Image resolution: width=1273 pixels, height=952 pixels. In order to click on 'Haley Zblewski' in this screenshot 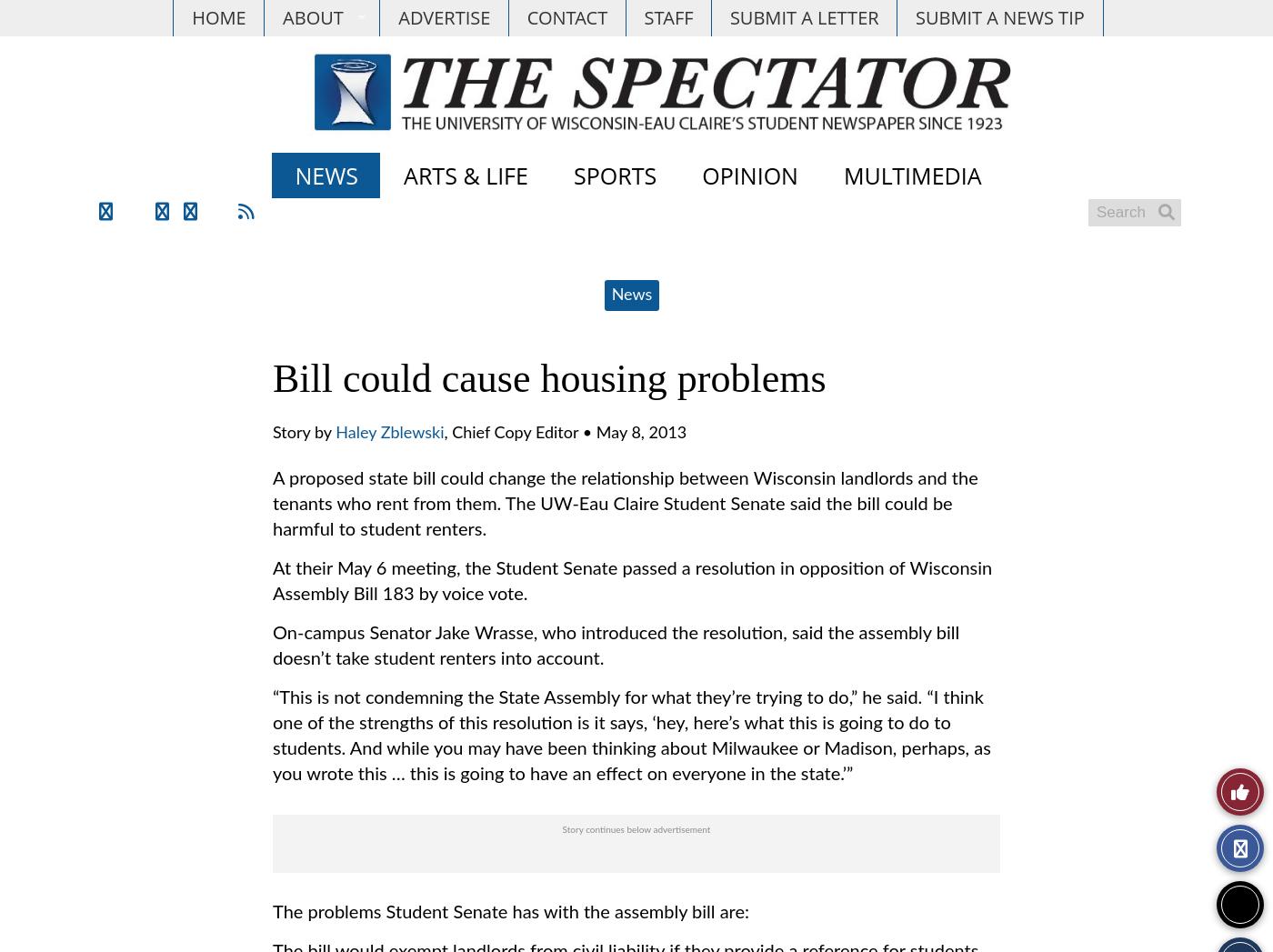, I will do `click(389, 433)`.